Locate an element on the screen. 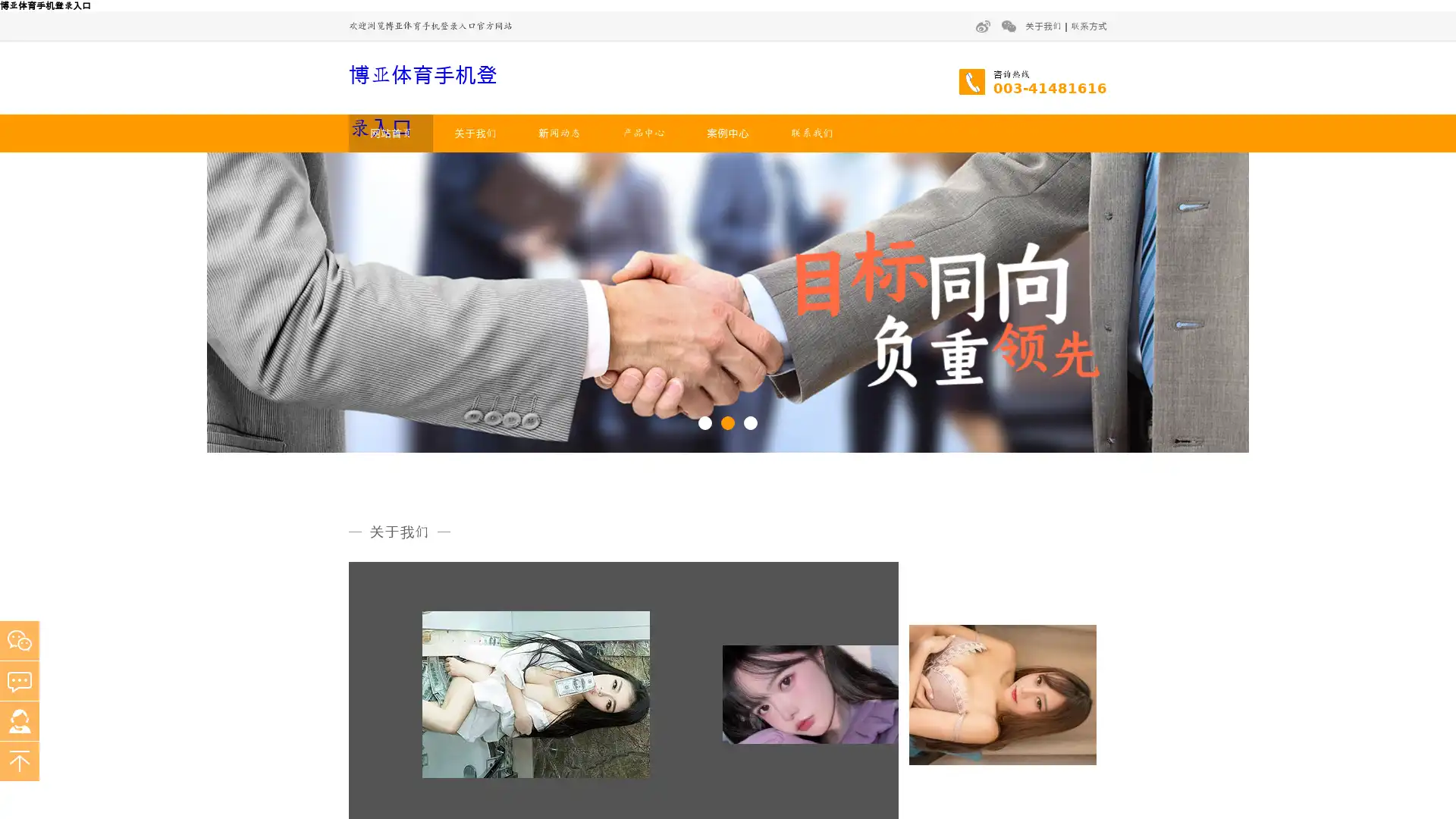 This screenshot has height=819, width=1456. 2 is located at coordinates (728, 422).